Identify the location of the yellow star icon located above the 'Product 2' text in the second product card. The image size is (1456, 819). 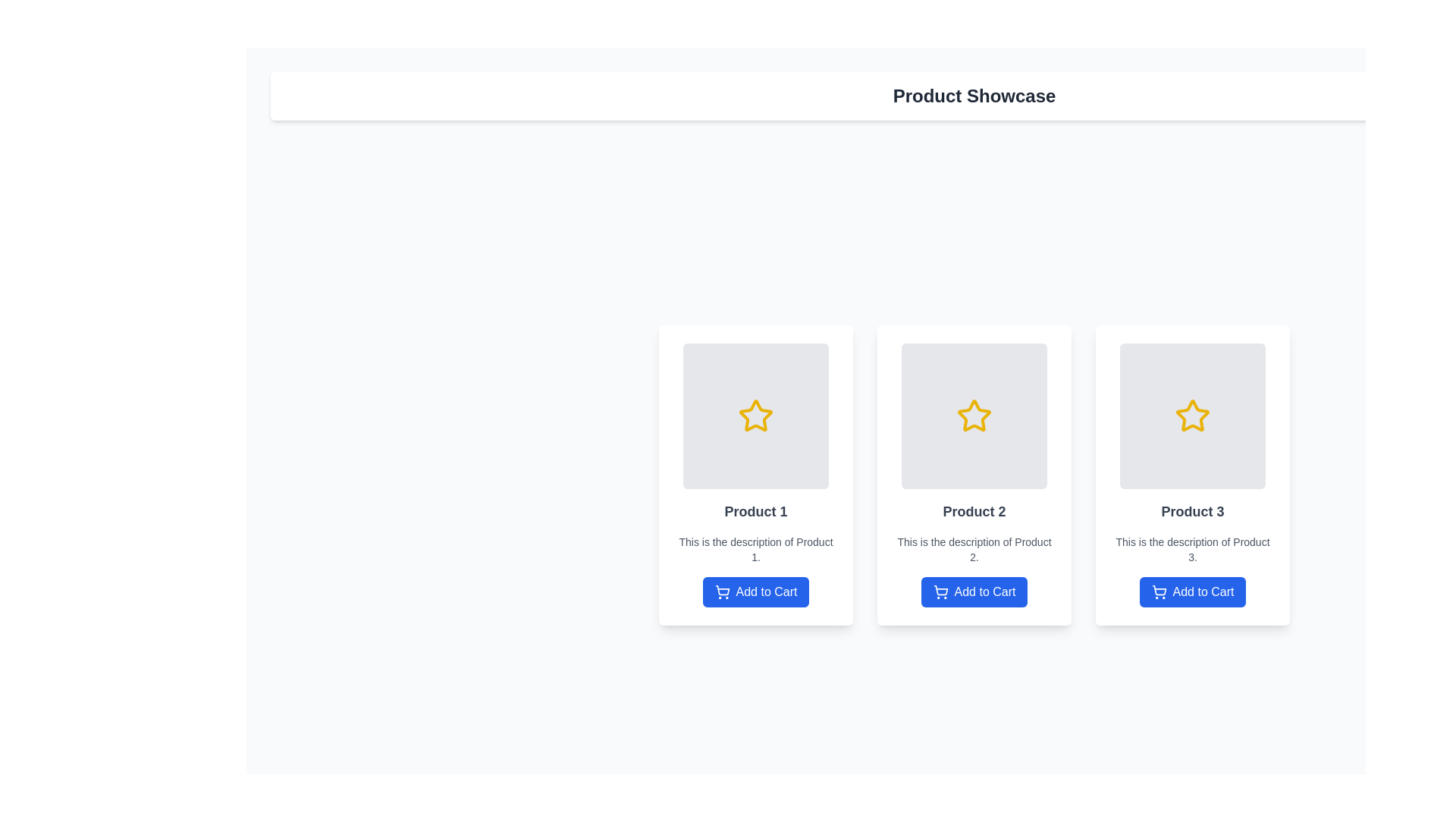
(974, 416).